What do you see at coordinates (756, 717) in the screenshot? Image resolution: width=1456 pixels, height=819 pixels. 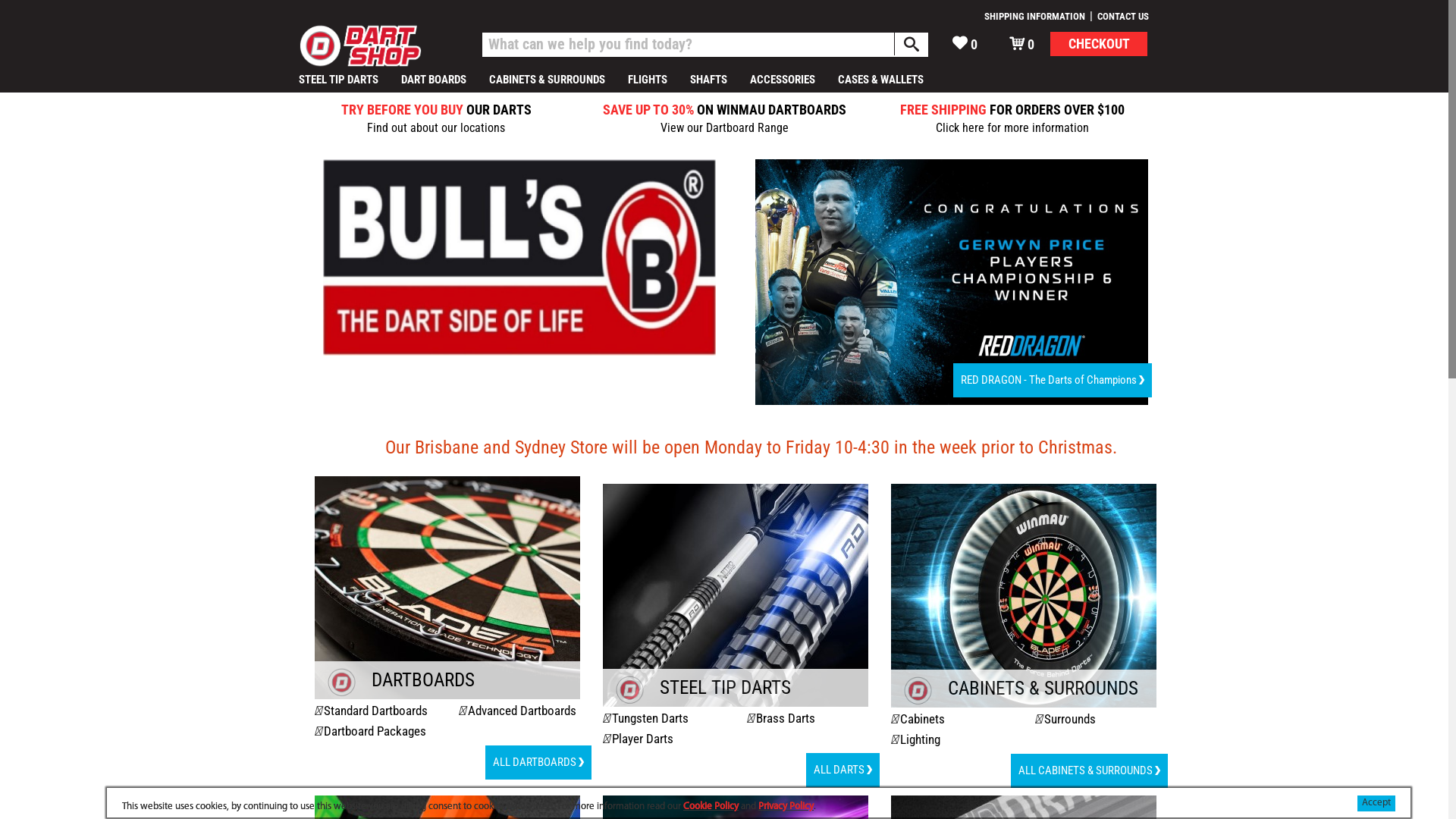 I see `'Brass Darts'` at bounding box center [756, 717].